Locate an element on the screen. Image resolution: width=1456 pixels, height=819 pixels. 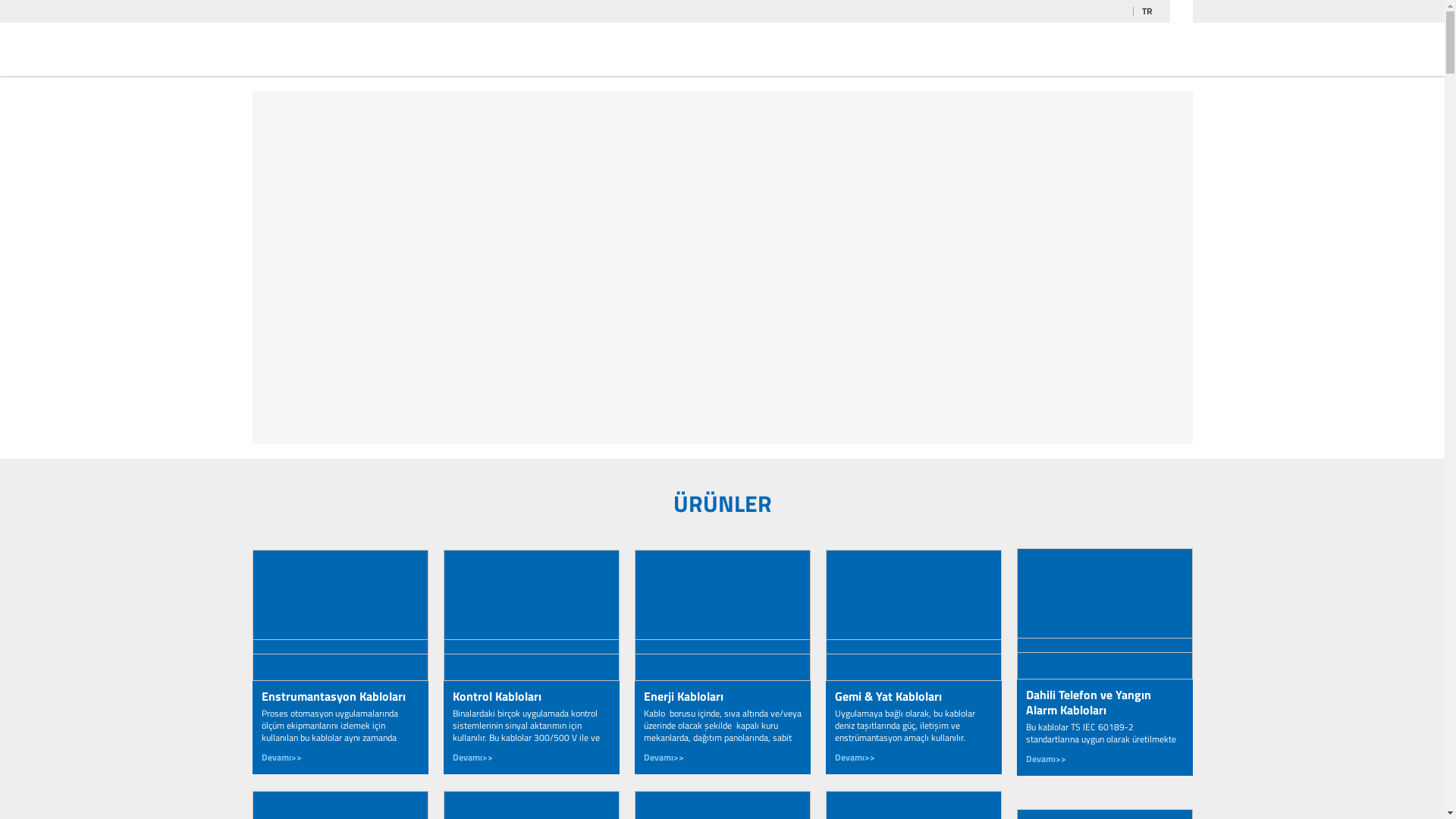
'2M KABLO' is located at coordinates (337, 49).